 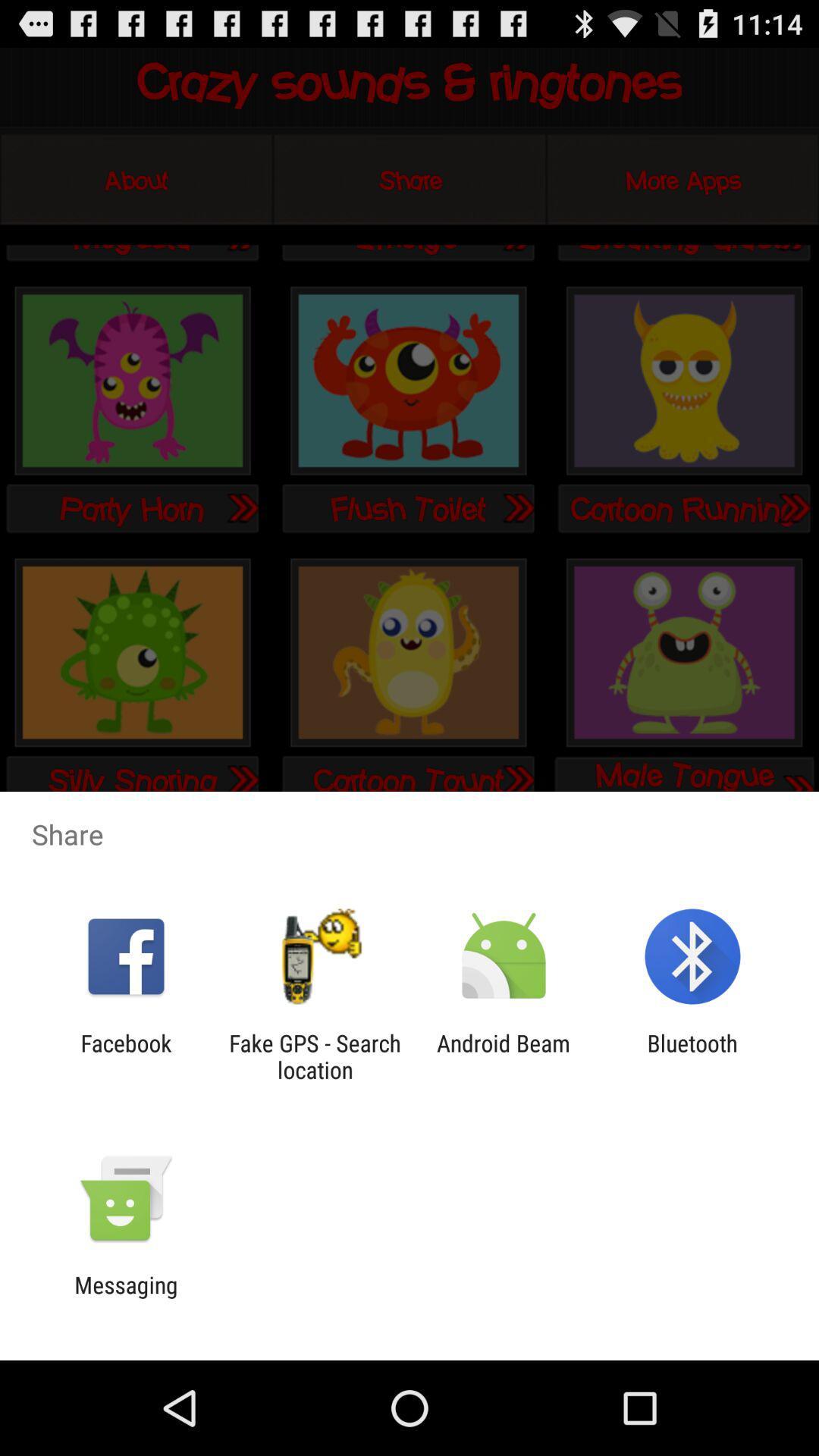 I want to click on icon next to android beam icon, so click(x=314, y=1056).